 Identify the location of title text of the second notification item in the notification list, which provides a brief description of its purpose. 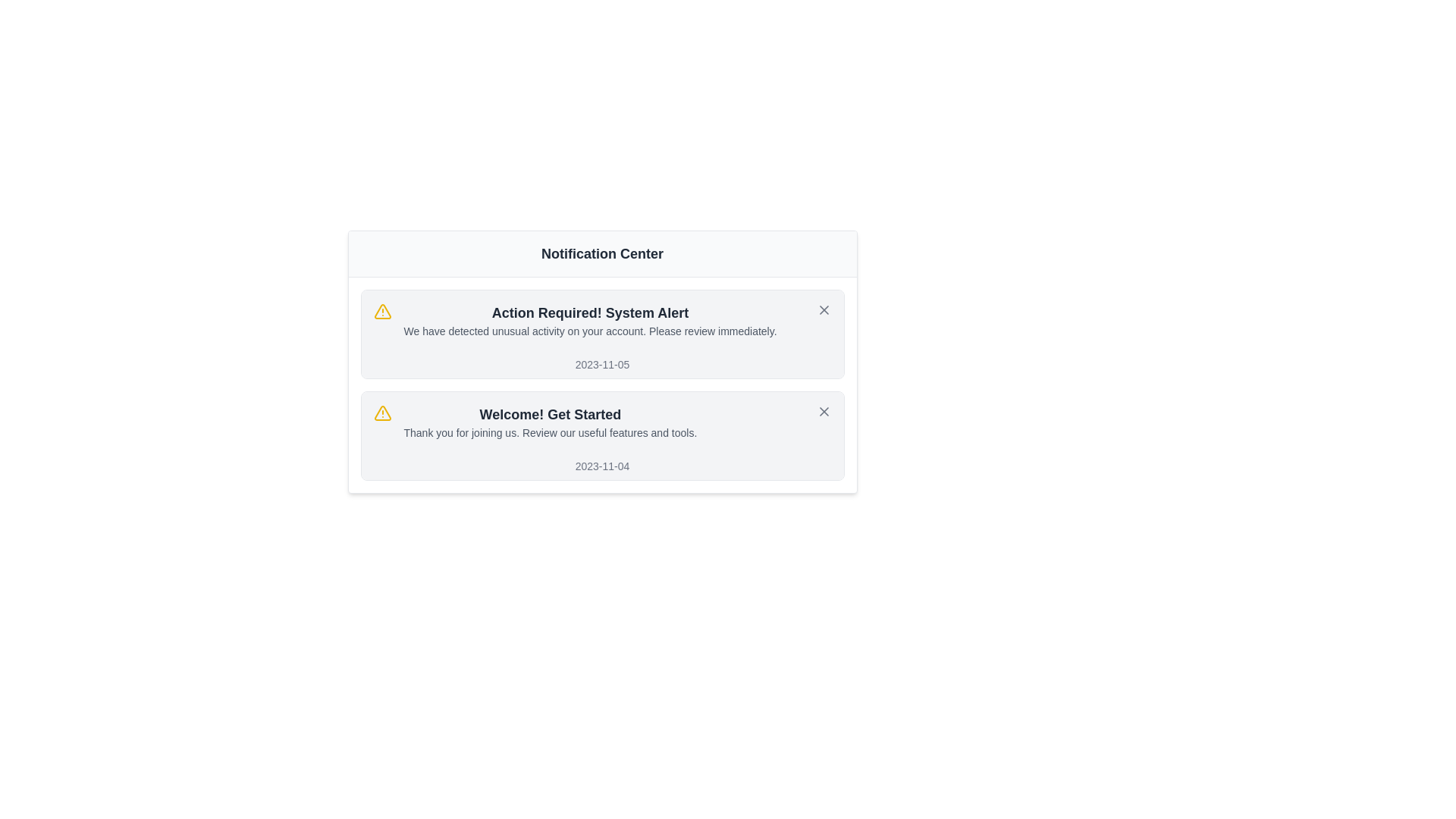
(549, 415).